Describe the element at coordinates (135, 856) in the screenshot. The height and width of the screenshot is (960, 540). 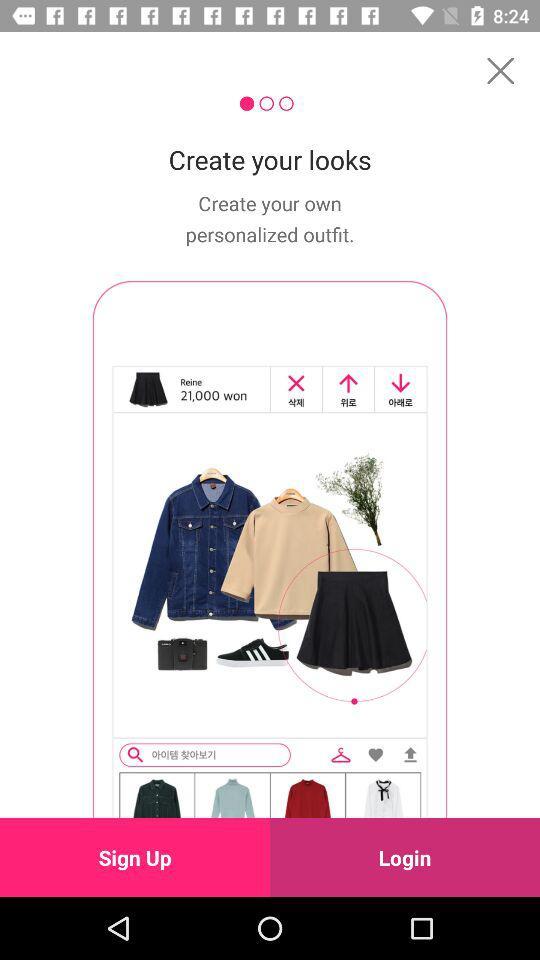
I see `icon at the bottom left corner` at that location.